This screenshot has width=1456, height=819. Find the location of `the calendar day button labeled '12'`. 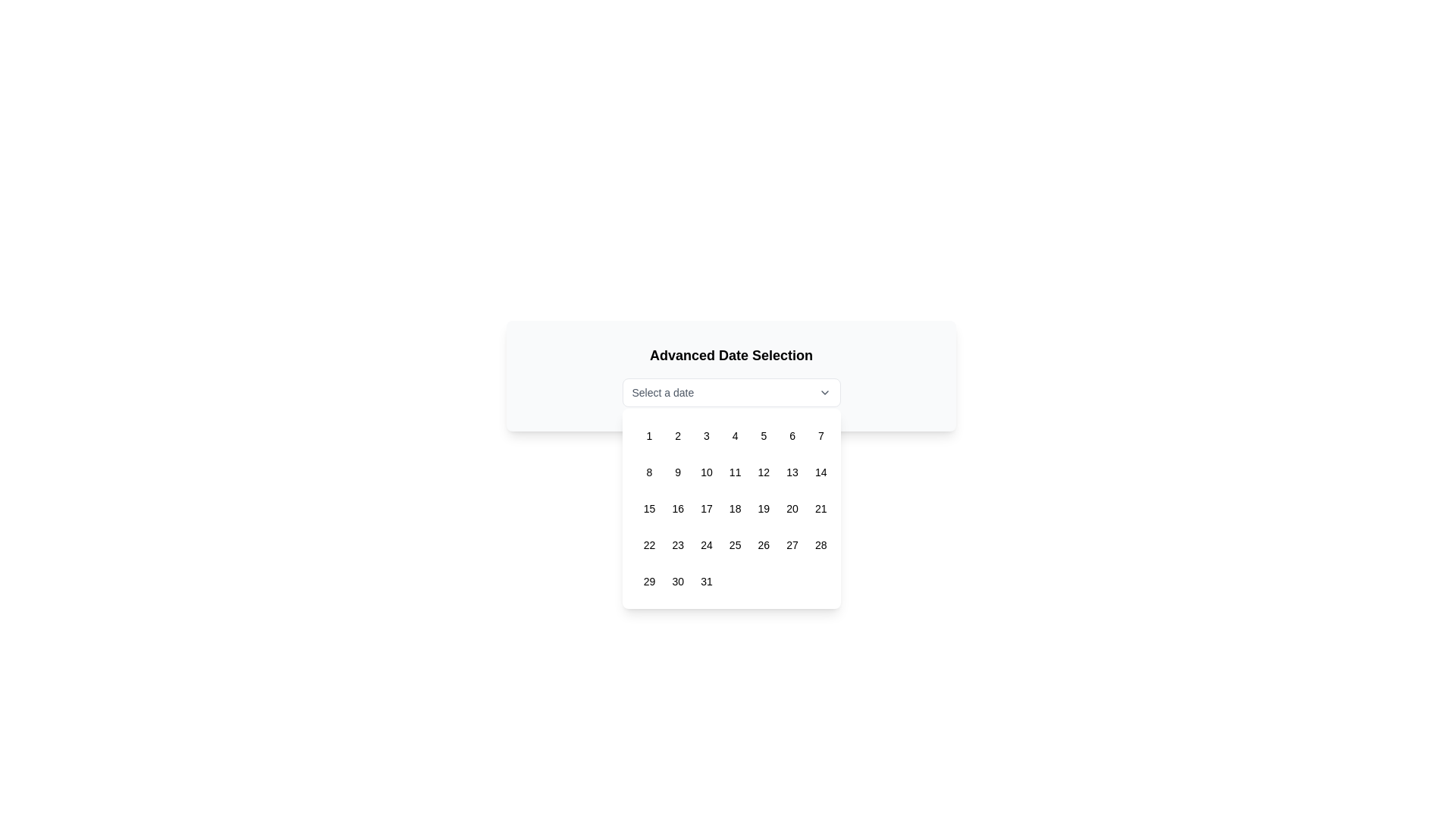

the calendar day button labeled '12' is located at coordinates (764, 472).